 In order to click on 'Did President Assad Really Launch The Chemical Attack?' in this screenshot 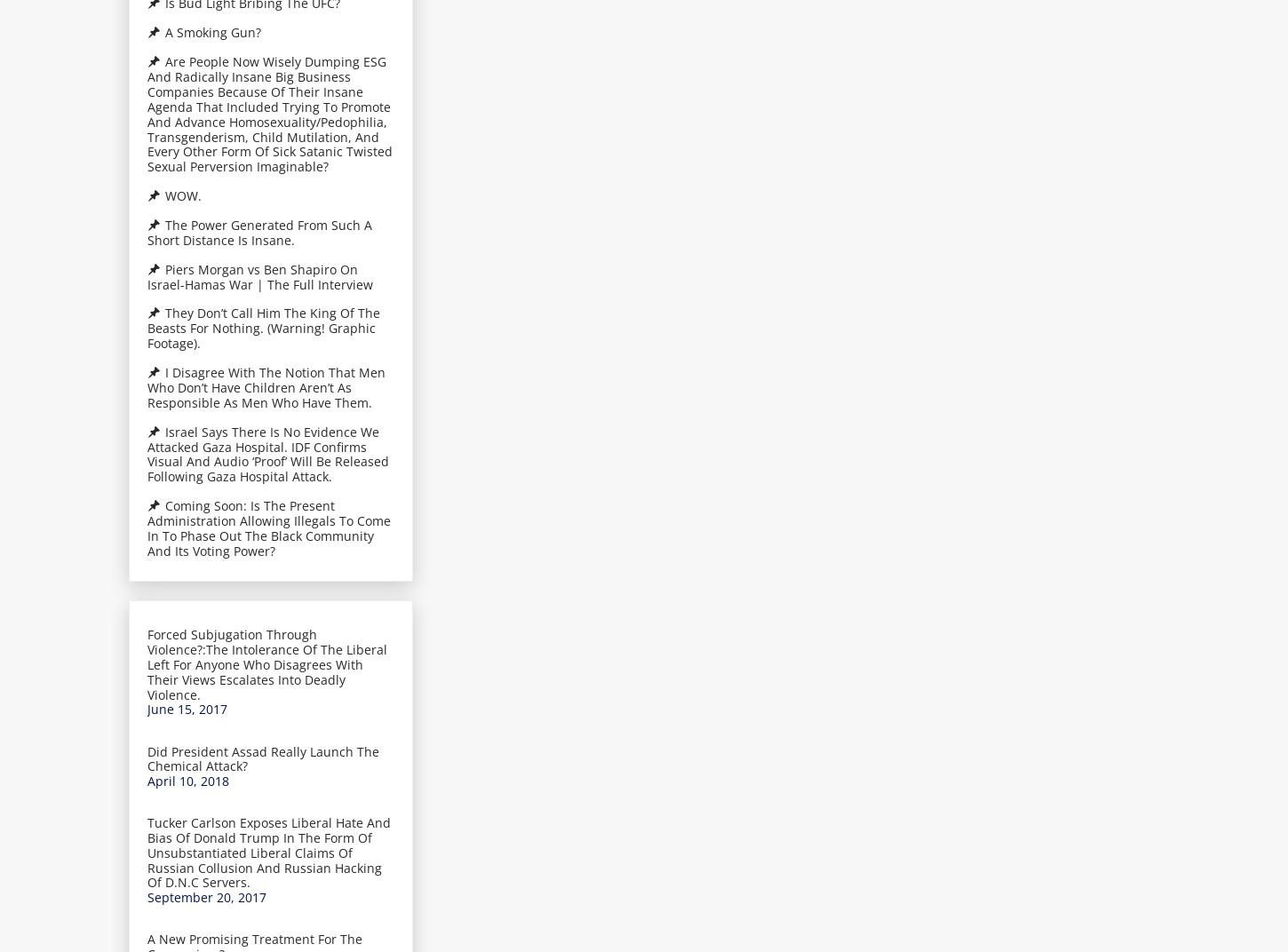, I will do `click(263, 757)`.